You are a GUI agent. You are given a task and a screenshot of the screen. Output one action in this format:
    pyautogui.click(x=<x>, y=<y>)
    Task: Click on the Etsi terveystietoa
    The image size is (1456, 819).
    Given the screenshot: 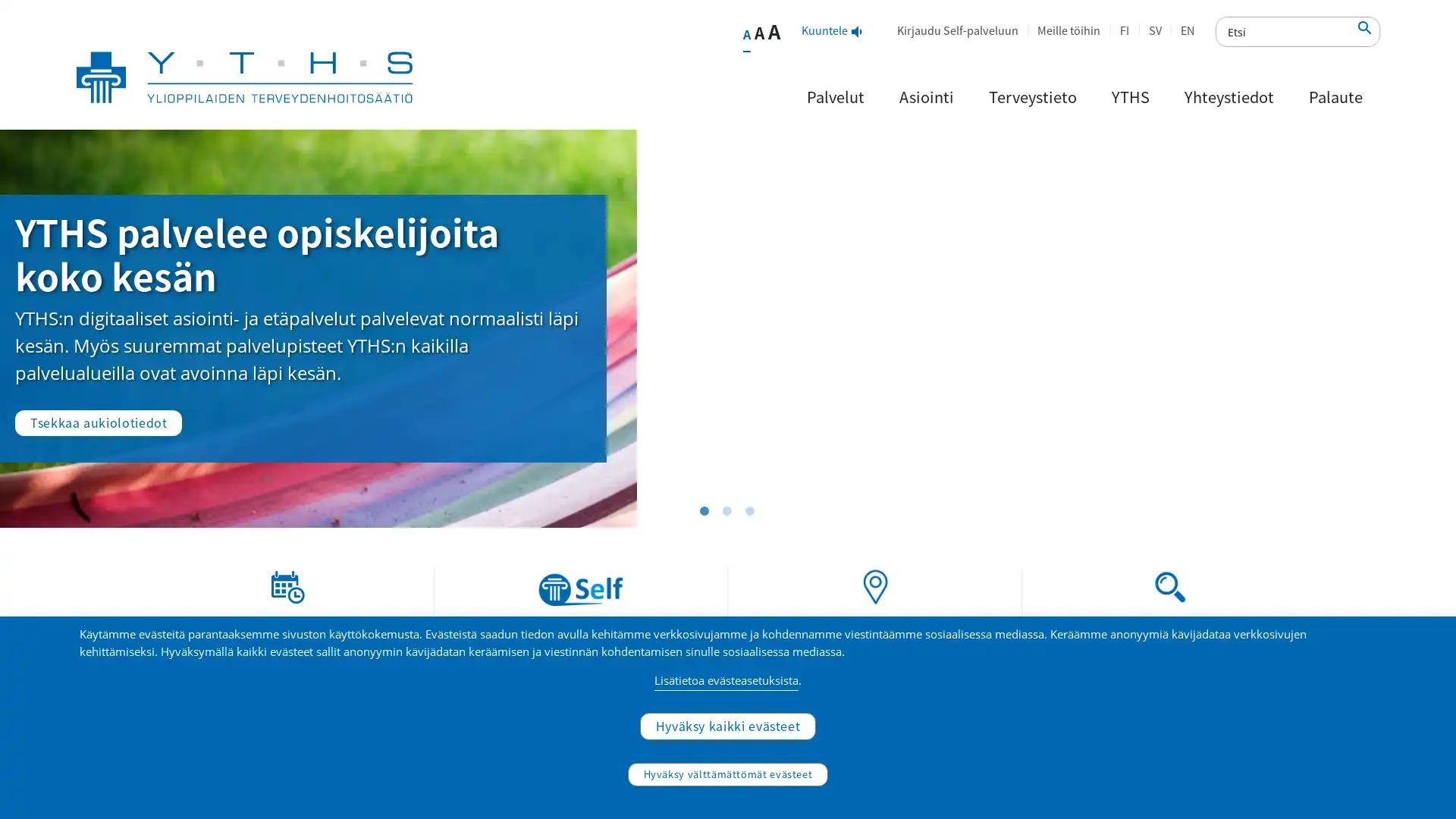 What is the action you would take?
    pyautogui.click(x=1276, y=717)
    